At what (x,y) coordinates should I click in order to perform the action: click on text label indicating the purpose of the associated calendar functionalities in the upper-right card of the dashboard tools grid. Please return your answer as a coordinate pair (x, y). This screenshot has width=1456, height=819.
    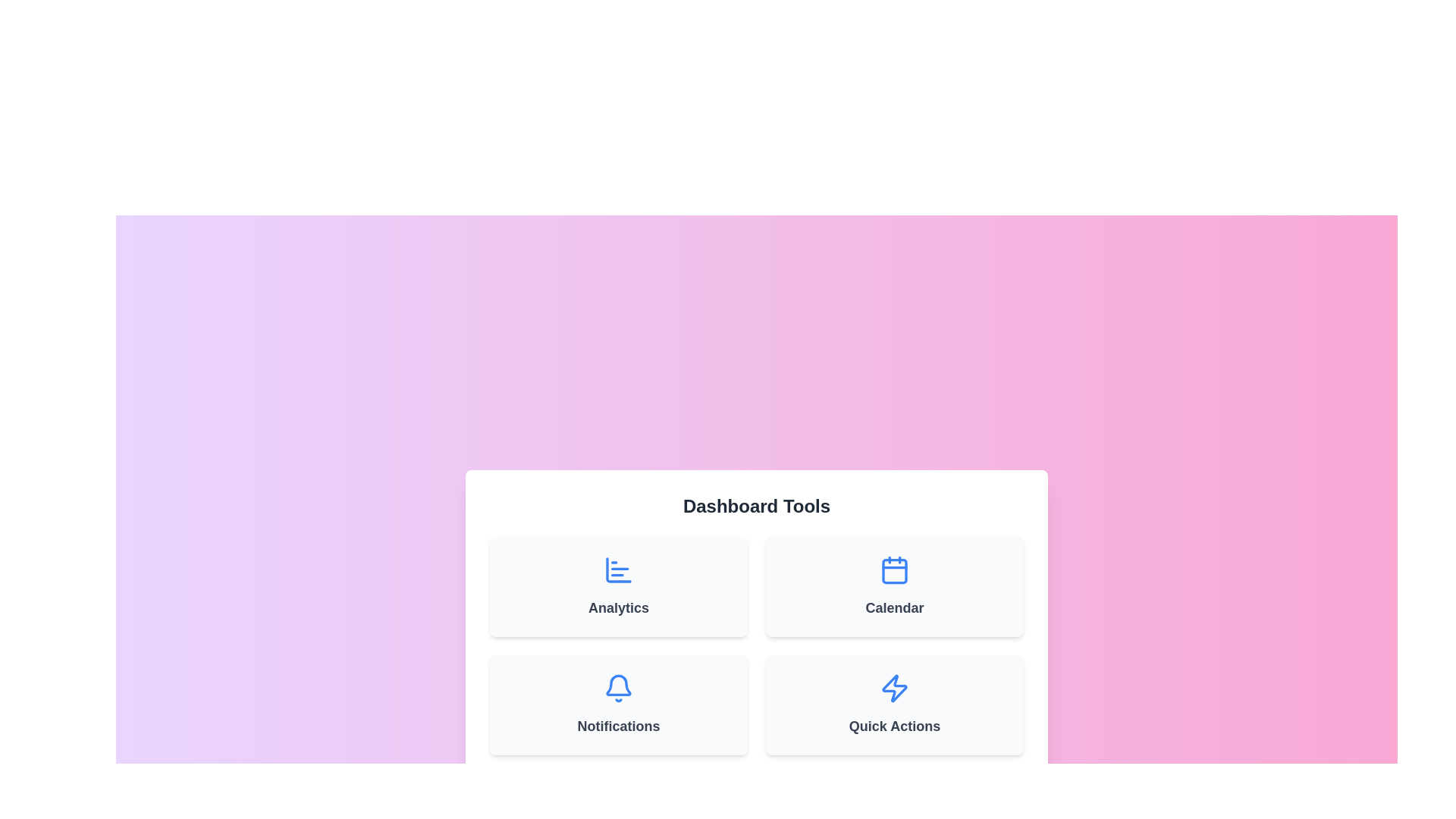
    Looking at the image, I should click on (895, 607).